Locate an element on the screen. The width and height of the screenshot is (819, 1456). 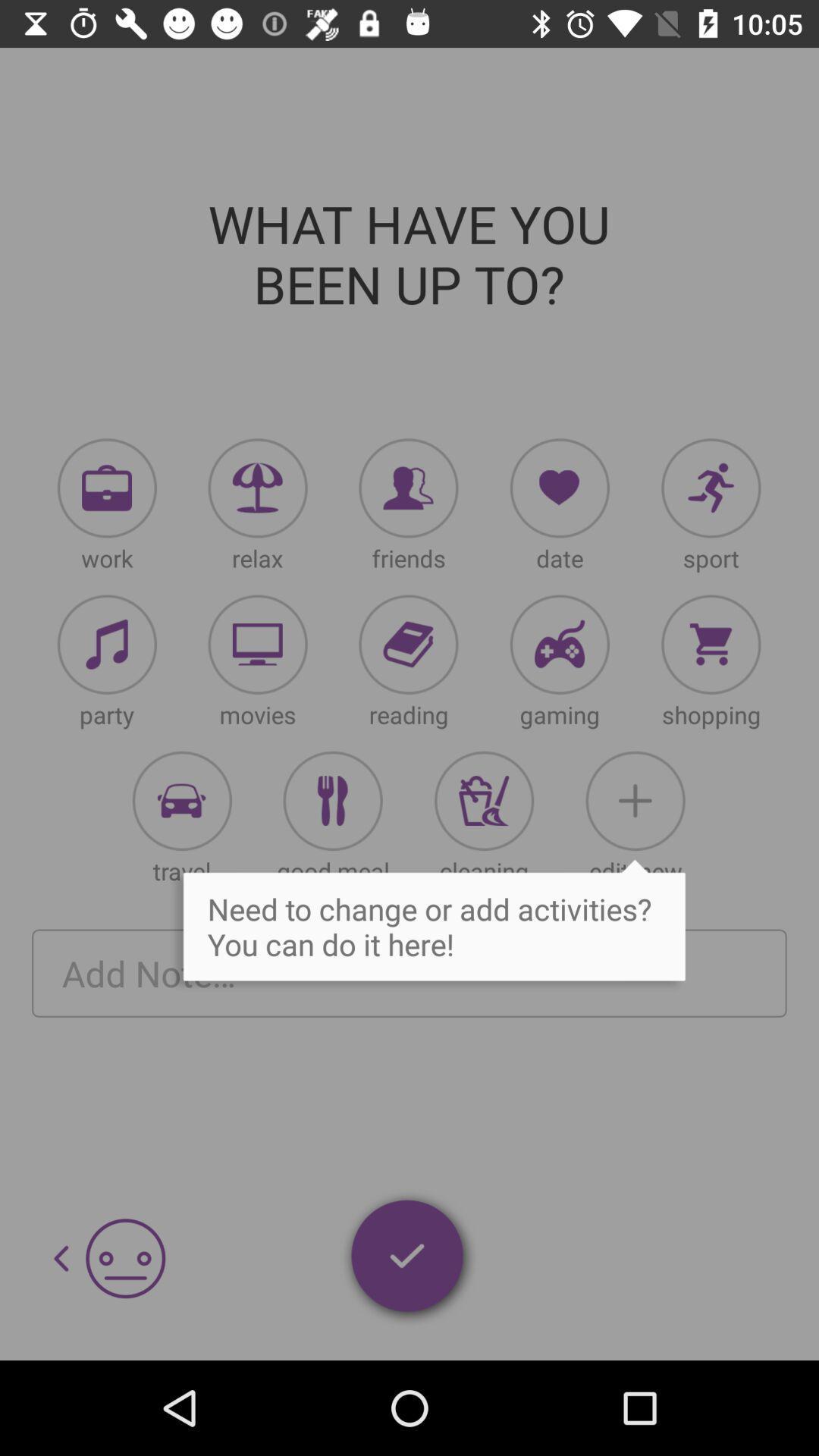
ok/ enter icon is located at coordinates (408, 1259).